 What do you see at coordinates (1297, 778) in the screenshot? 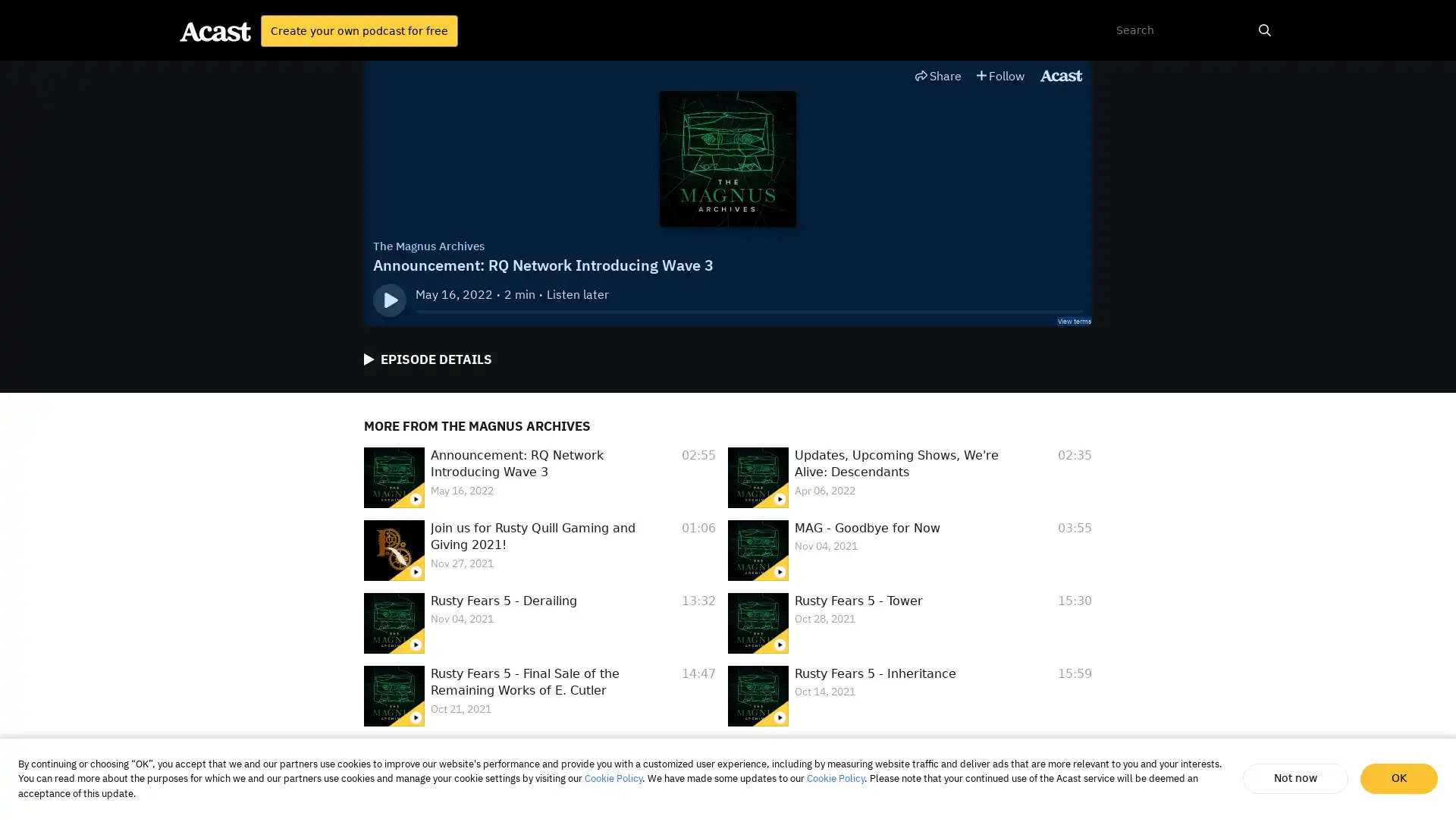
I see `Not now` at bounding box center [1297, 778].